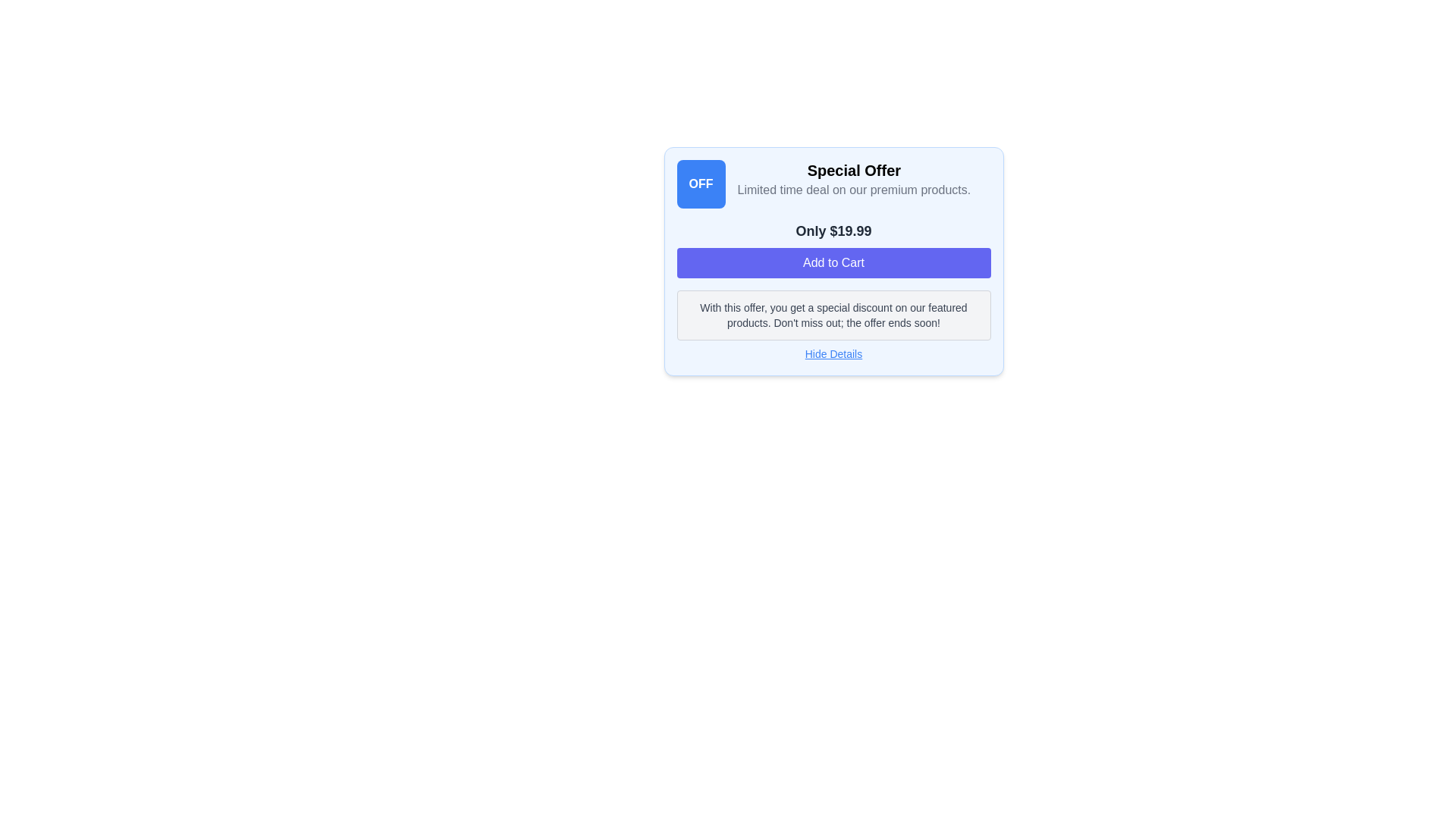  What do you see at coordinates (854, 189) in the screenshot?
I see `the text display that reads 'Limited time deal on our premium products,' located below the bold 'Special Offer' title within a promotional card layout` at bounding box center [854, 189].